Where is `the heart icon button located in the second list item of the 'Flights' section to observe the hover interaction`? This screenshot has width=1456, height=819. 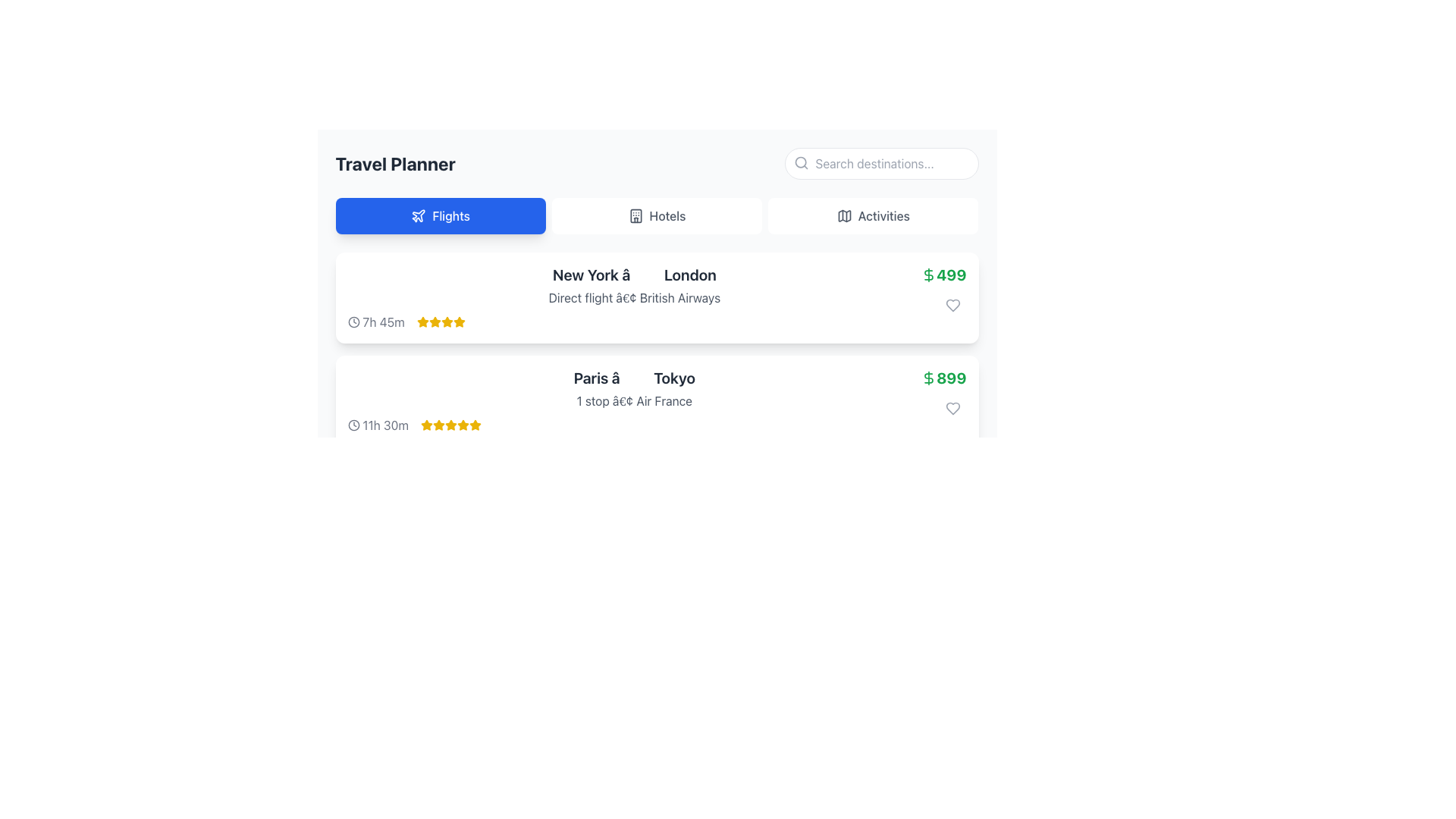
the heart icon button located in the second list item of the 'Flights' section to observe the hover interaction is located at coordinates (952, 408).